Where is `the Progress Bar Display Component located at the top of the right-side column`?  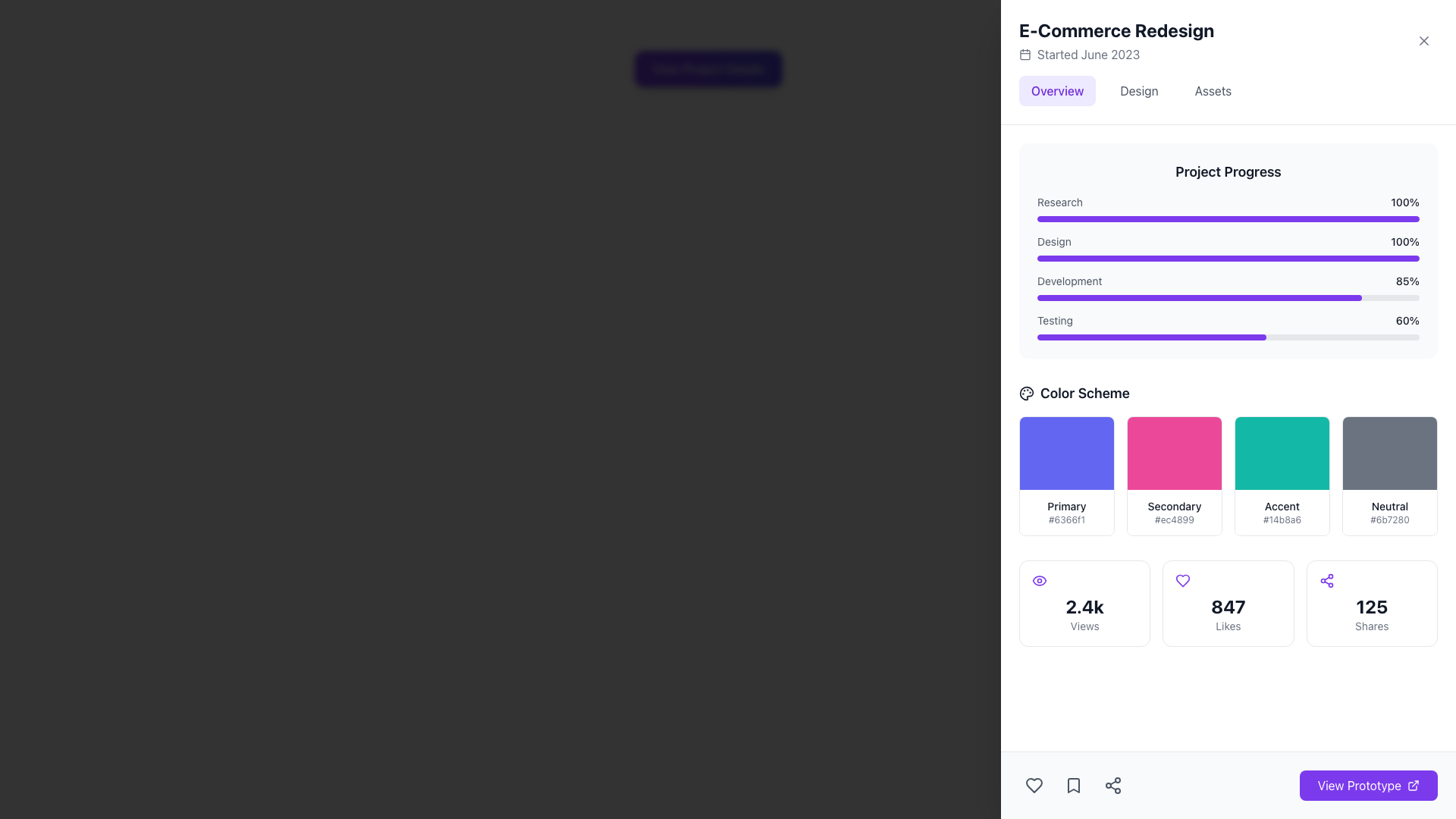
the Progress Bar Display Component located at the top of the right-side column is located at coordinates (1228, 250).